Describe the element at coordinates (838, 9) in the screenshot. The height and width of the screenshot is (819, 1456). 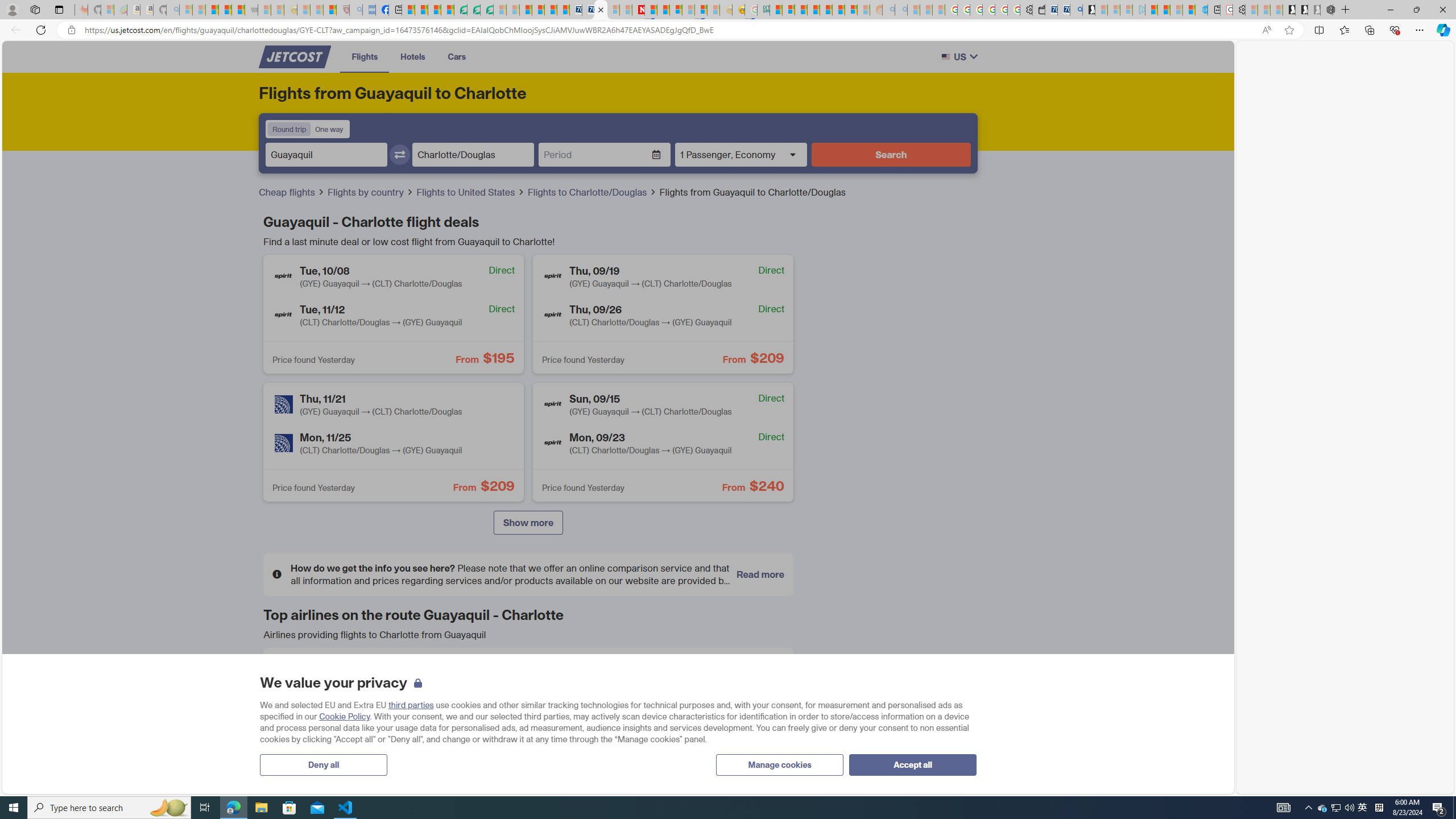
I see `'Kinda Frugal - MSN'` at that location.